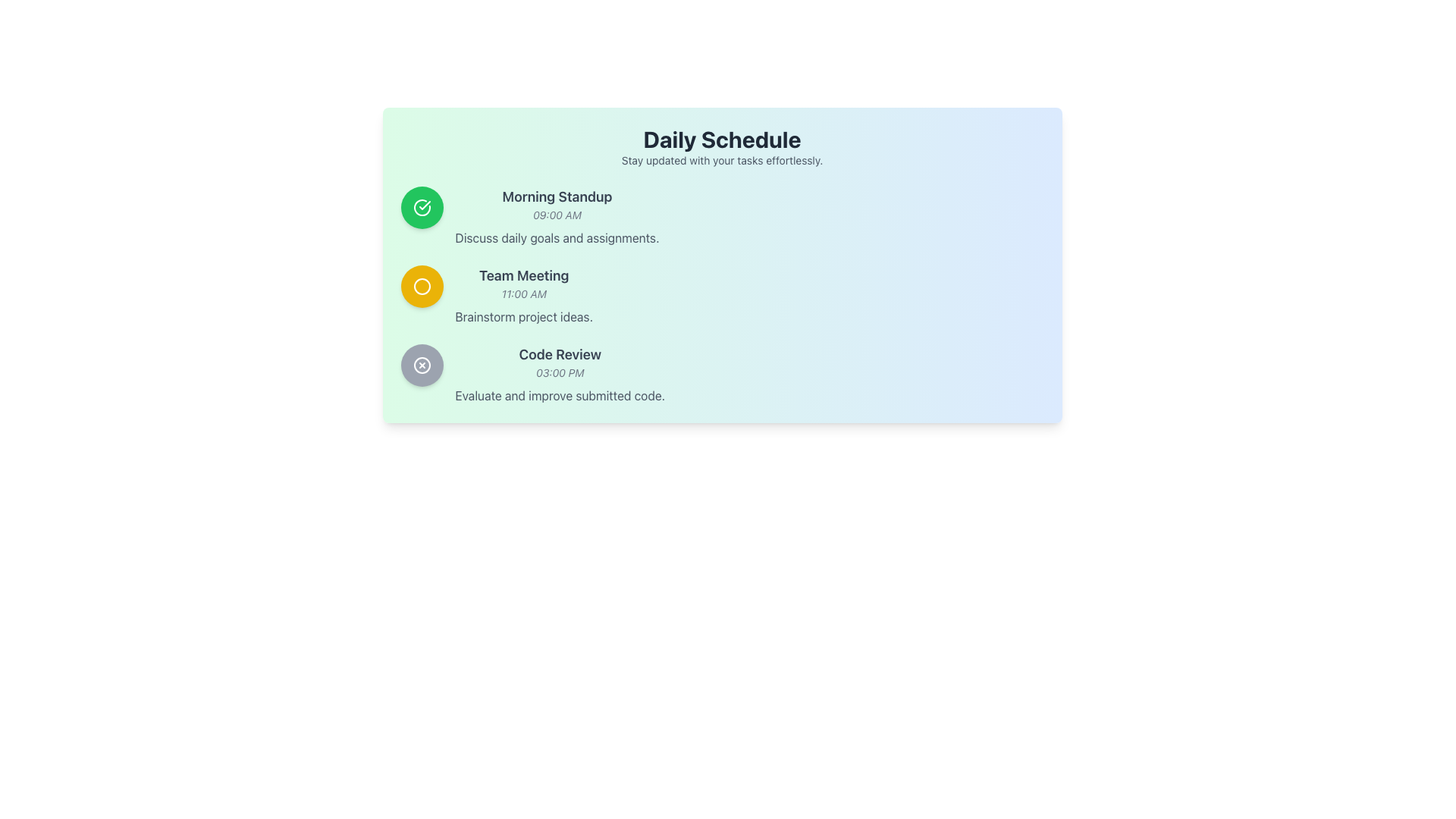 This screenshot has width=1456, height=819. I want to click on the checkmark icon within the green circular background that precedes the 'Morning Standup' list item in the schedule card interface, so click(425, 205).